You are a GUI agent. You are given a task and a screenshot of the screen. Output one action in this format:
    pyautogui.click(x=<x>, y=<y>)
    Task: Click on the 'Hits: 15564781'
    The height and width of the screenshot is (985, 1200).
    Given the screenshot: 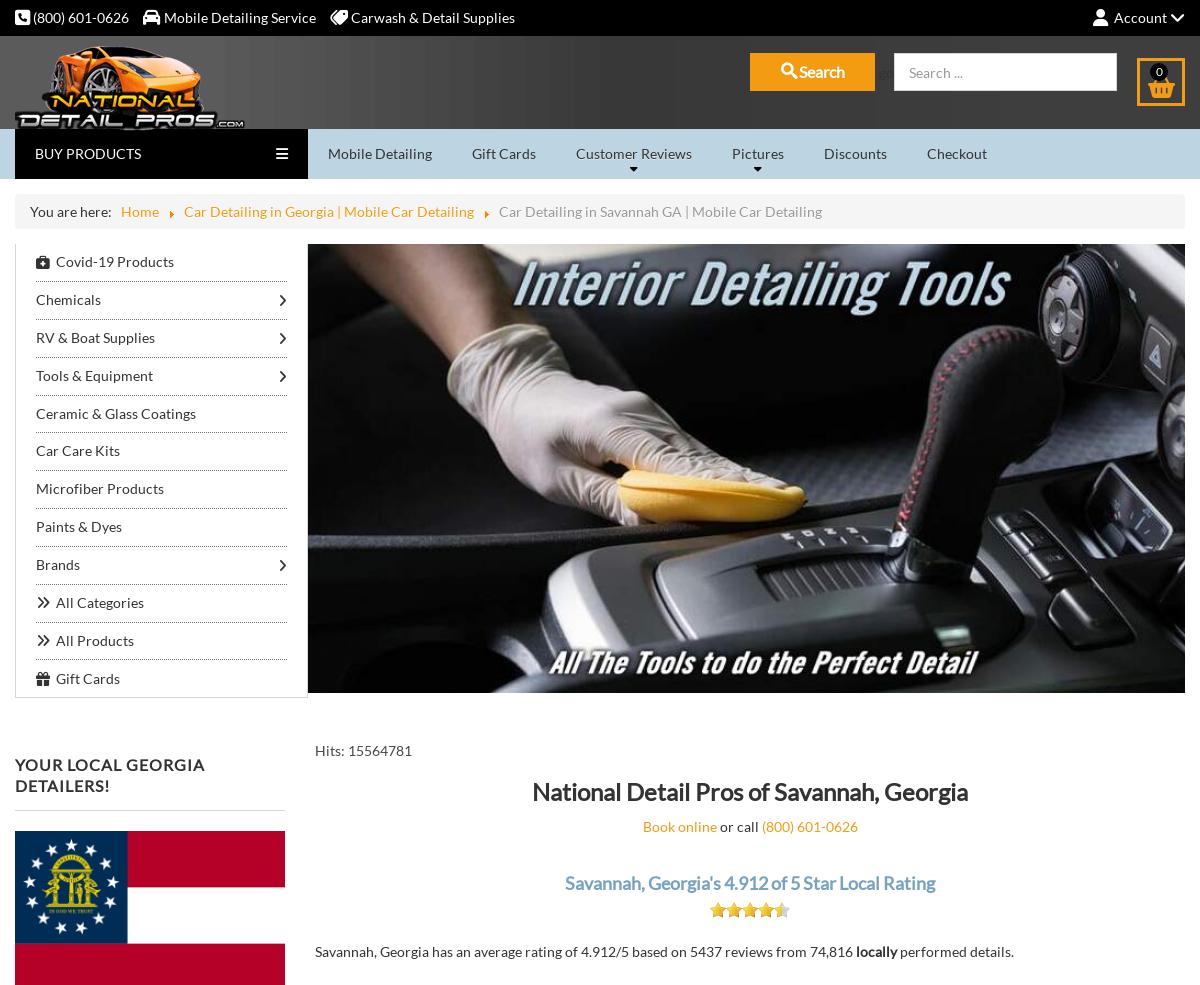 What is the action you would take?
    pyautogui.click(x=363, y=750)
    